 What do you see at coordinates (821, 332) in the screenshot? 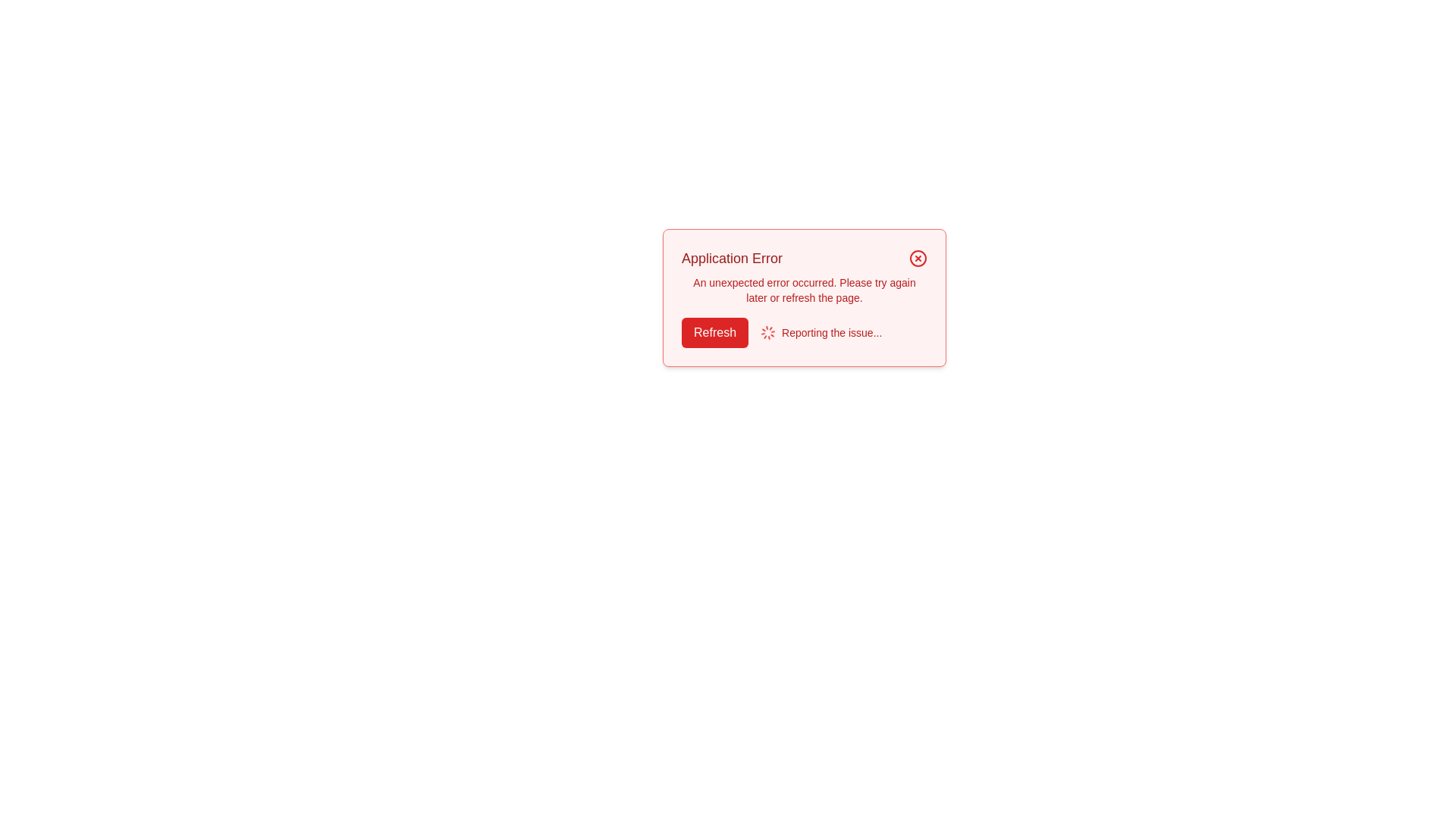
I see `the Label with spinning loader that displays the text 'Reporting the issue...' located to the right of the red 'Refresh' button in the bottom section of the 'Application Error' dialog box` at bounding box center [821, 332].